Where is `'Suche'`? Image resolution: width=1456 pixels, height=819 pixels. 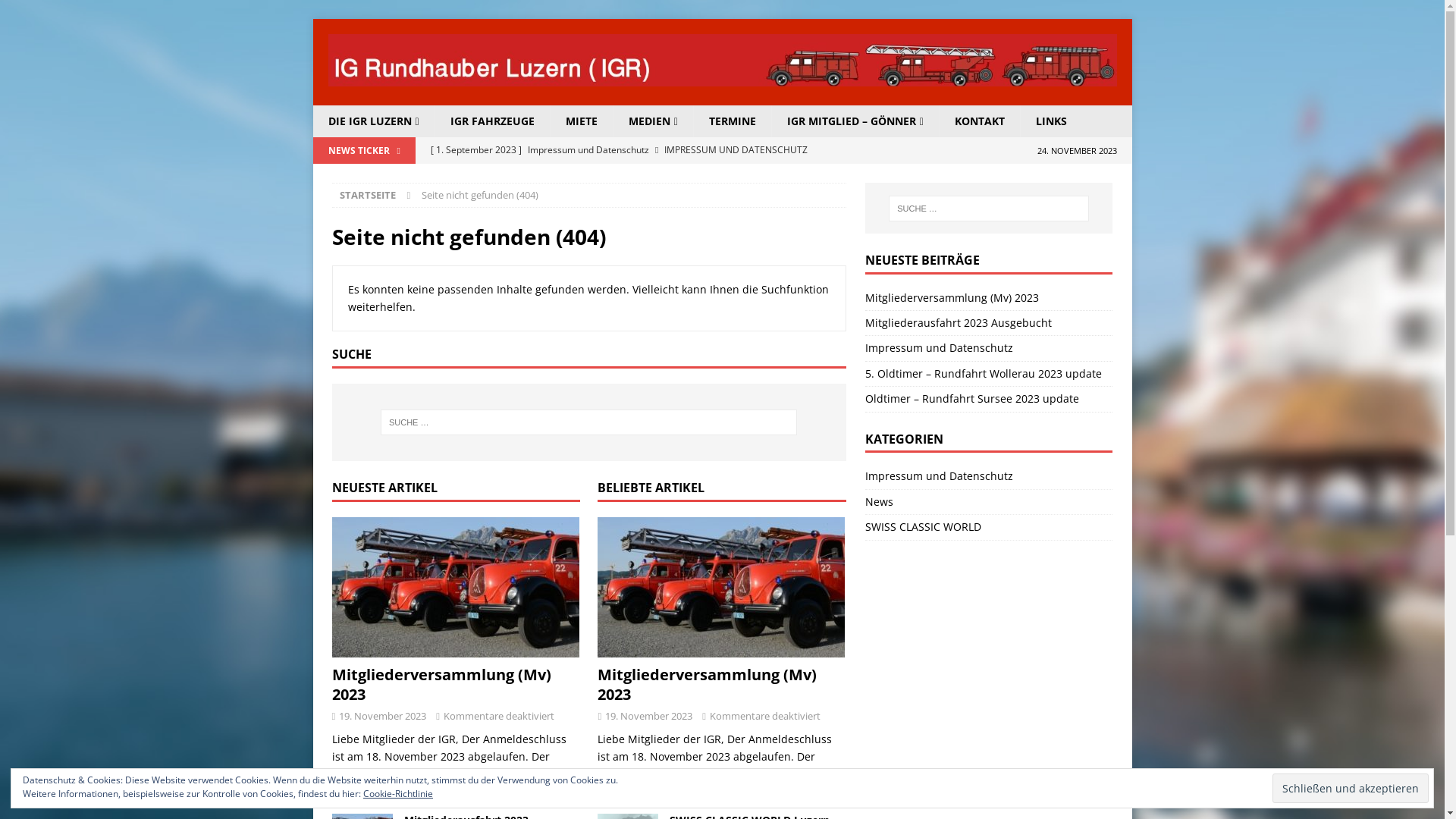
'Suche' is located at coordinates (0, 11).